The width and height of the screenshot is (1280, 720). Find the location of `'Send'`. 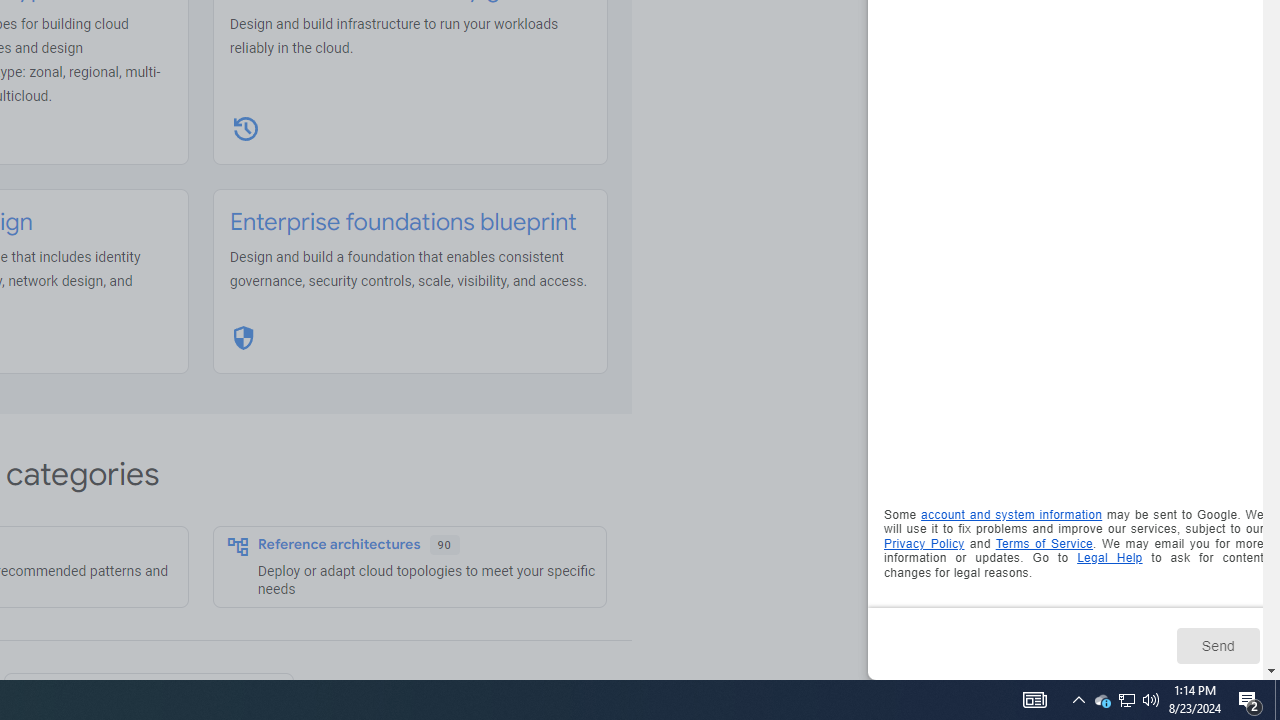

'Send' is located at coordinates (1216, 645).